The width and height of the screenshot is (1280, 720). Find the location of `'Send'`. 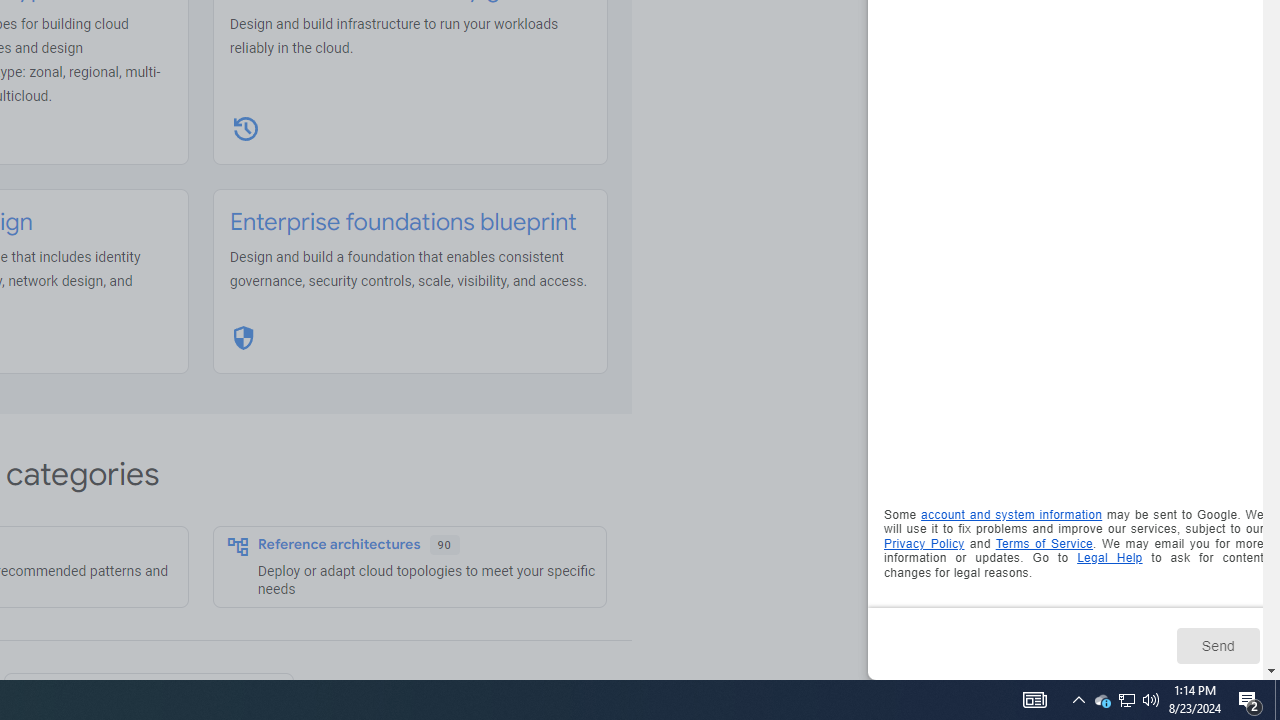

'Send' is located at coordinates (1216, 645).